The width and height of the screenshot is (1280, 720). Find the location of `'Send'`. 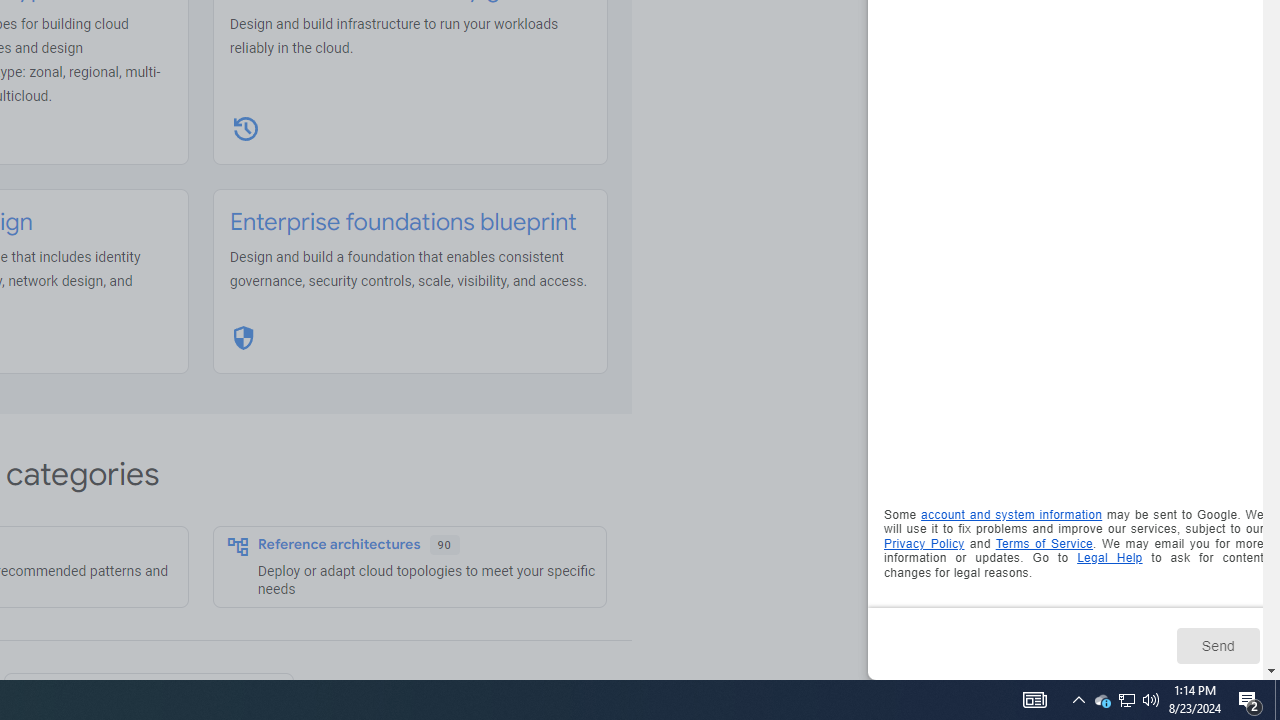

'Send' is located at coordinates (1216, 645).